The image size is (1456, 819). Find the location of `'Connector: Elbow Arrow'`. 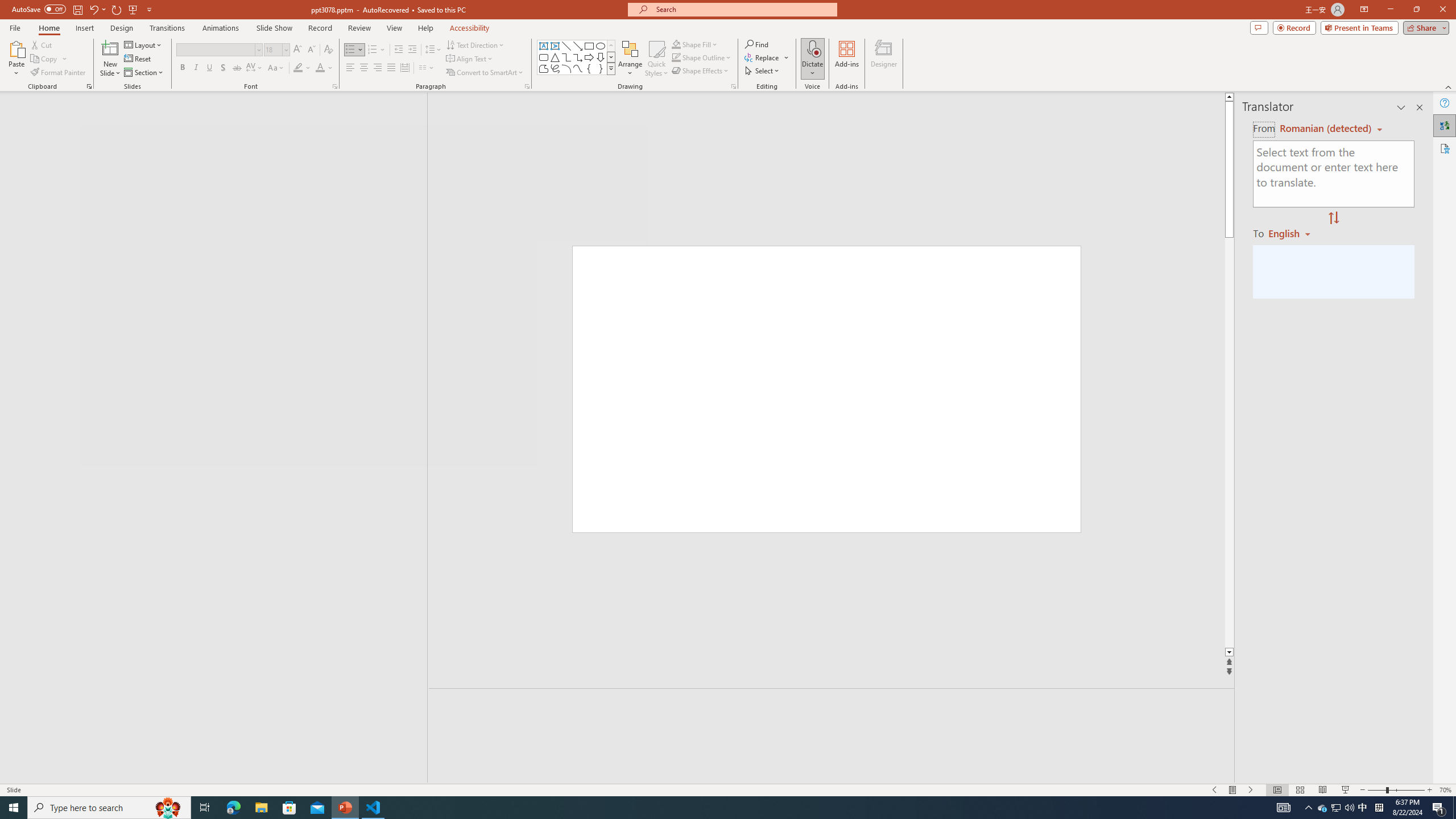

'Connector: Elbow Arrow' is located at coordinates (577, 56).